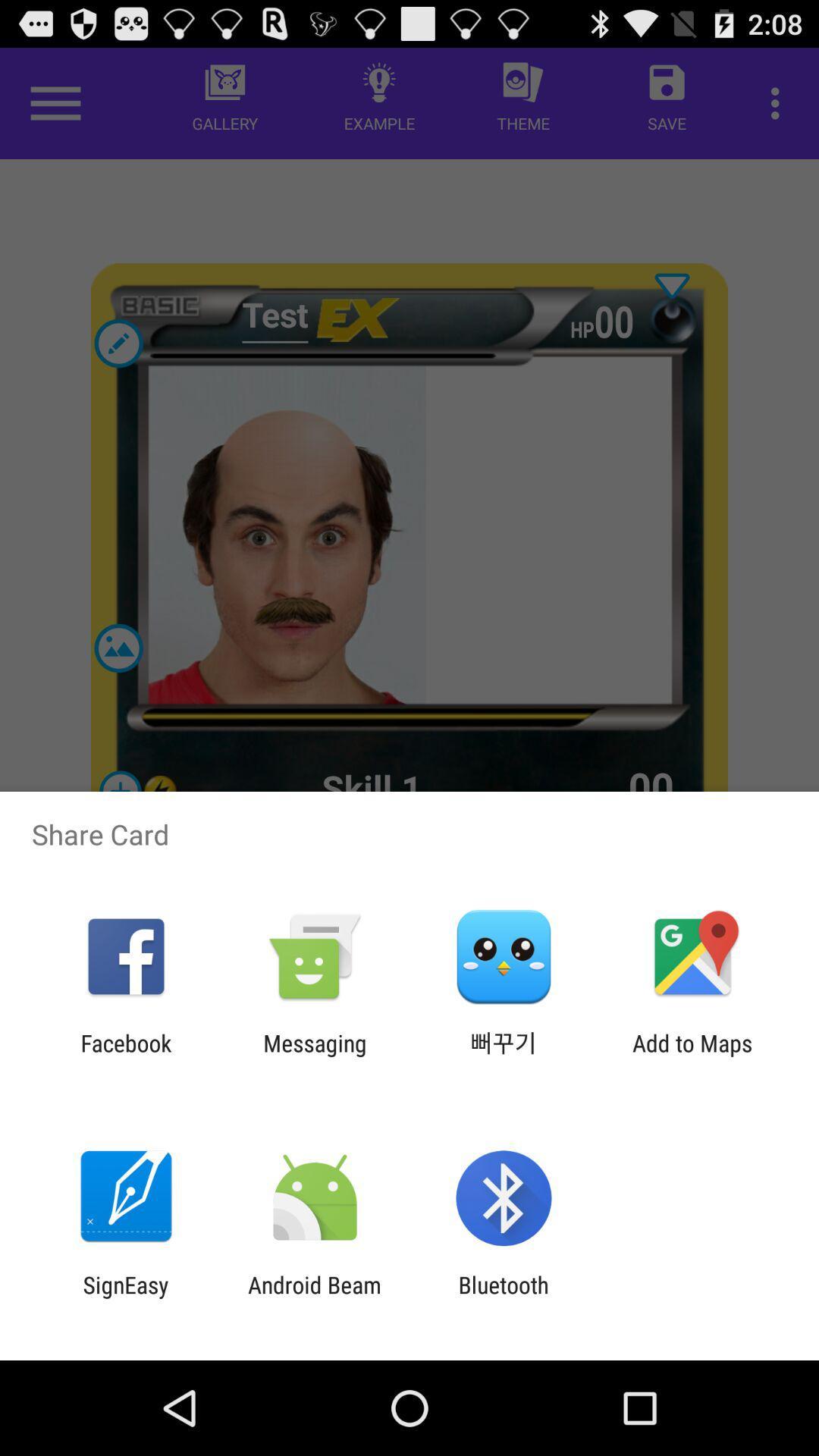 Image resolution: width=819 pixels, height=1456 pixels. Describe the element at coordinates (314, 1298) in the screenshot. I see `the item to the right of the signeasy app` at that location.